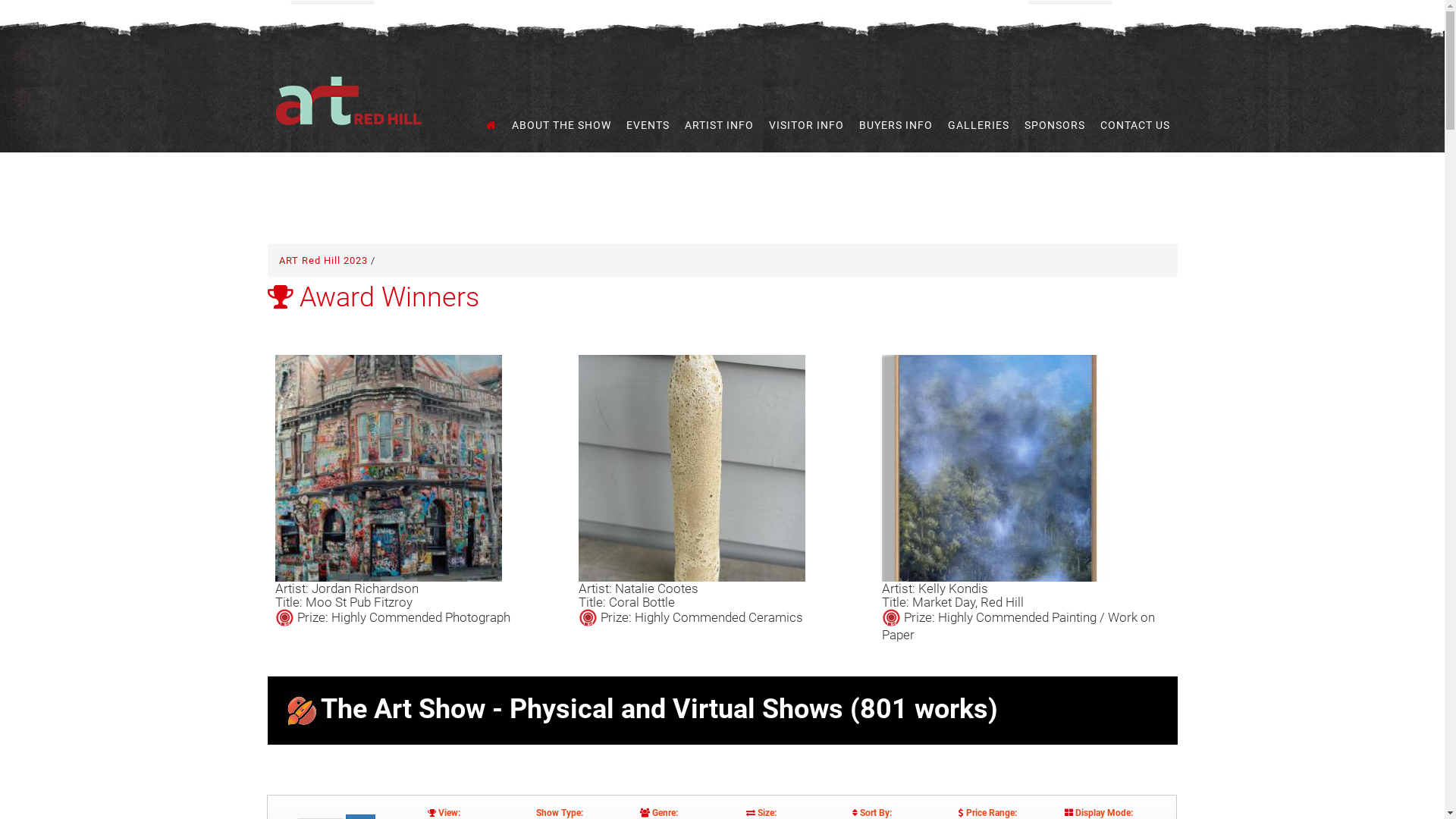 The image size is (1456, 819). Describe the element at coordinates (292, 297) in the screenshot. I see `'Award Winners'` at that location.